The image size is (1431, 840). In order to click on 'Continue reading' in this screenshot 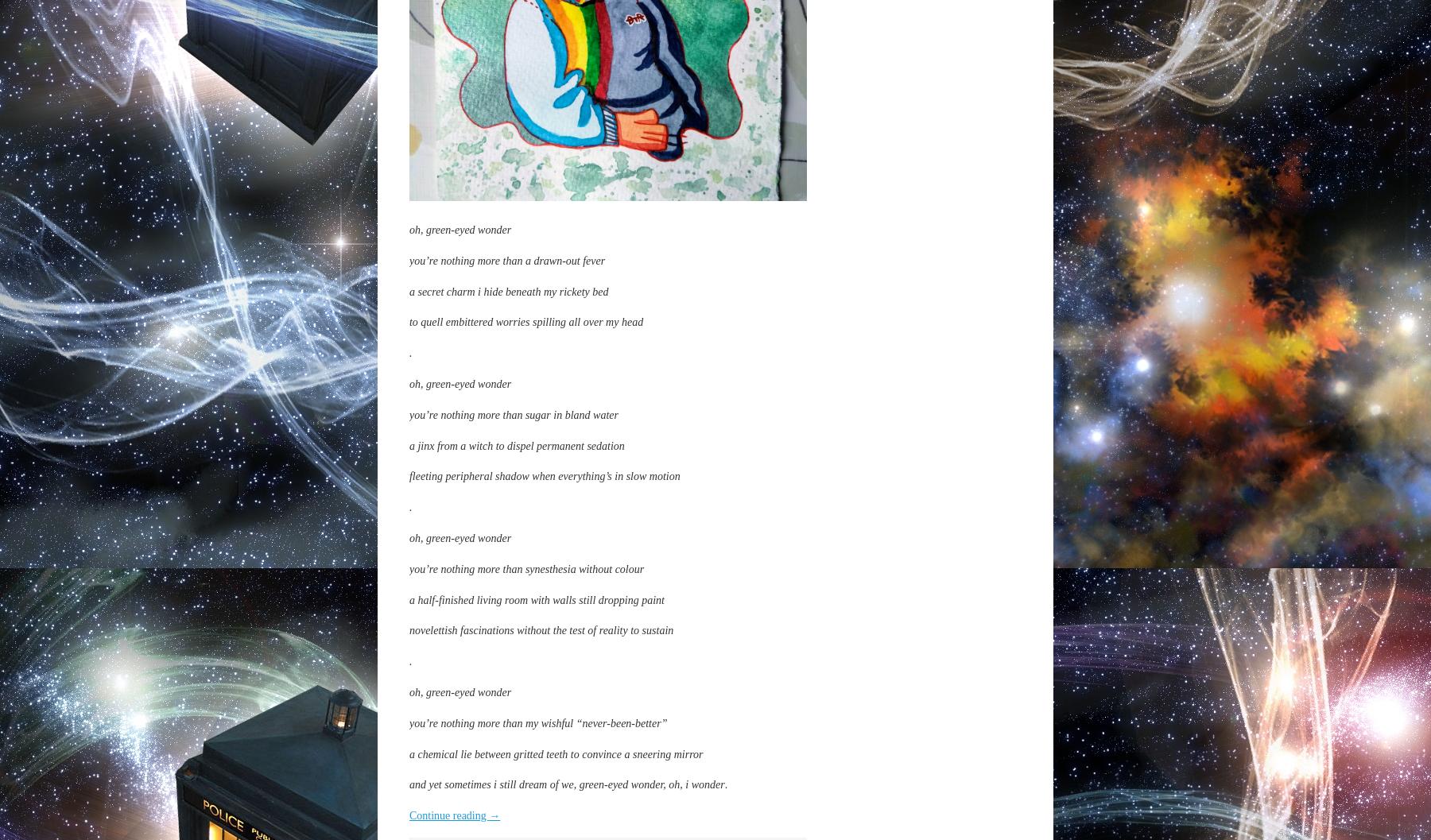, I will do `click(448, 815)`.